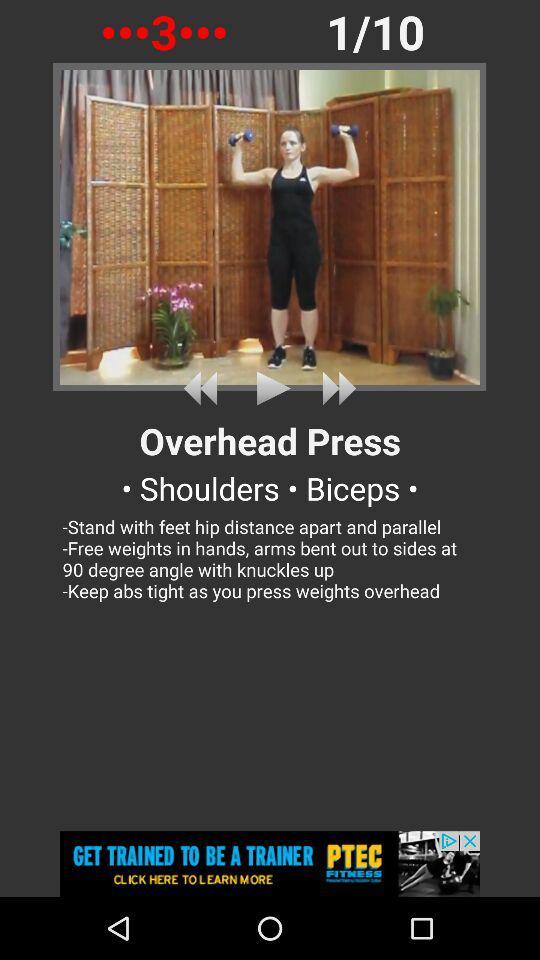  I want to click on the next page, so click(335, 387).